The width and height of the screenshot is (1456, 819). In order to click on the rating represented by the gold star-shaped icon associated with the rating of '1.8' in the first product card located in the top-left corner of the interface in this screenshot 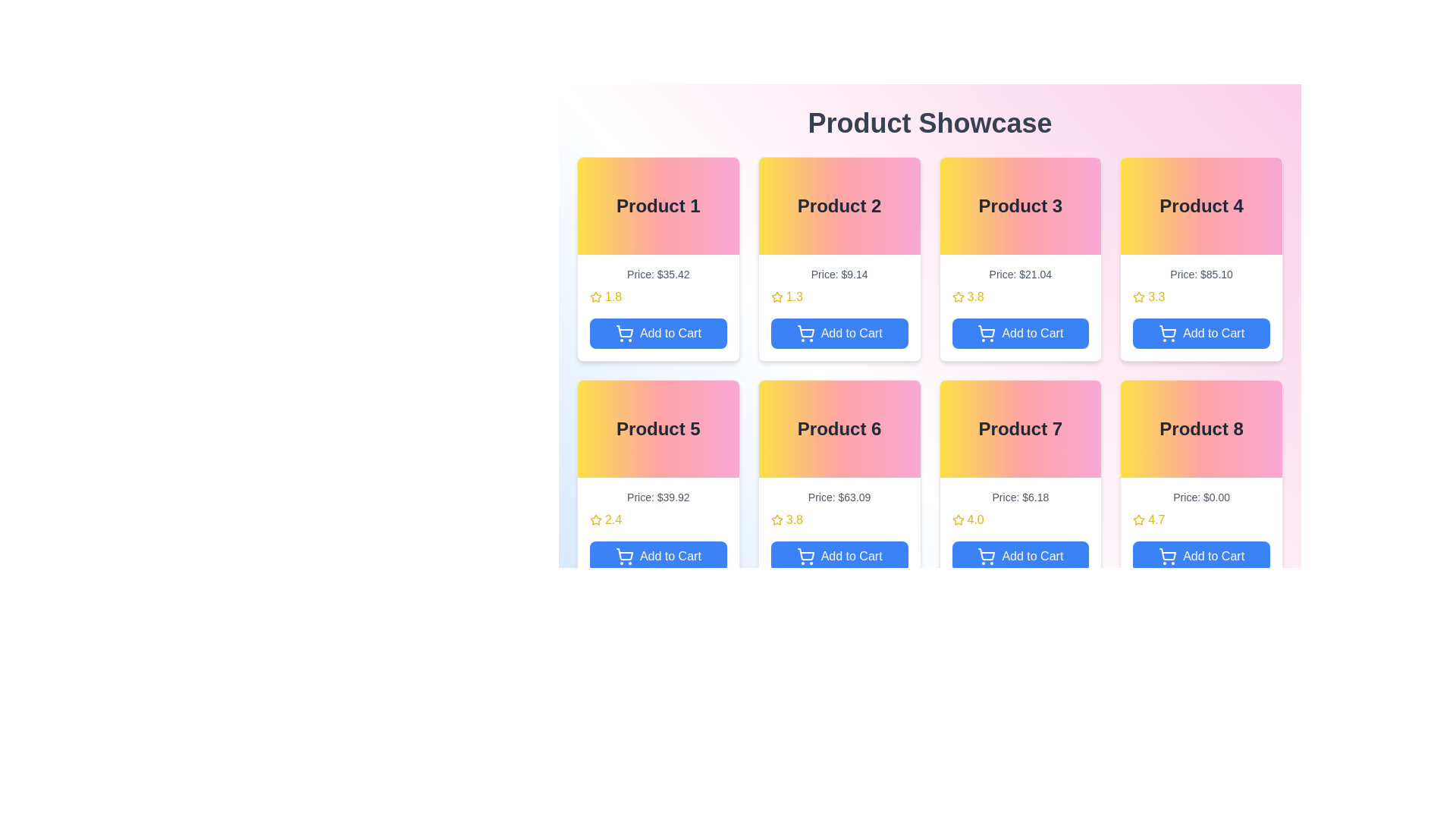, I will do `click(595, 297)`.